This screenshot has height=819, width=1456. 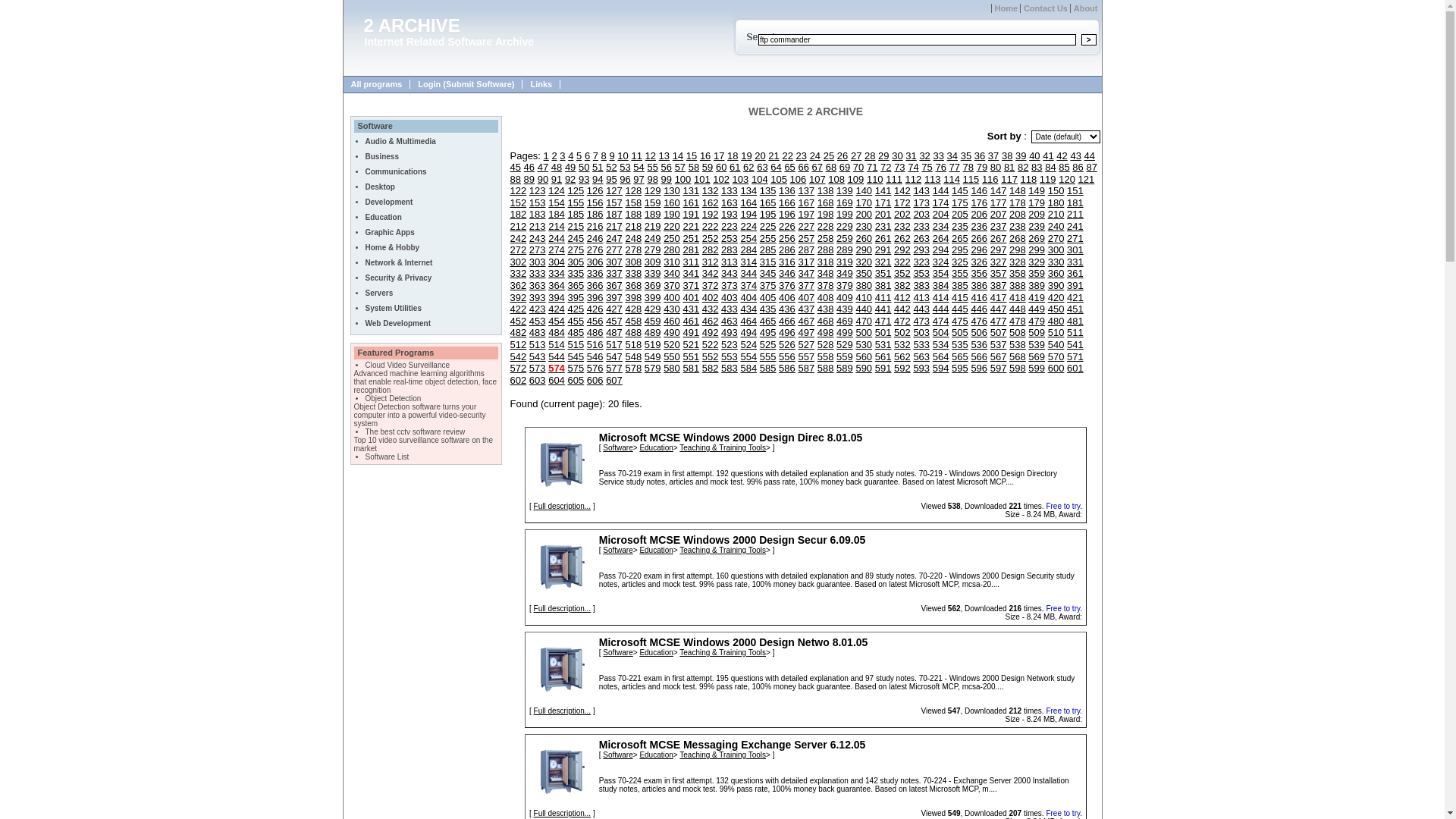 What do you see at coordinates (365, 278) in the screenshot?
I see `'Security & Privacy'` at bounding box center [365, 278].